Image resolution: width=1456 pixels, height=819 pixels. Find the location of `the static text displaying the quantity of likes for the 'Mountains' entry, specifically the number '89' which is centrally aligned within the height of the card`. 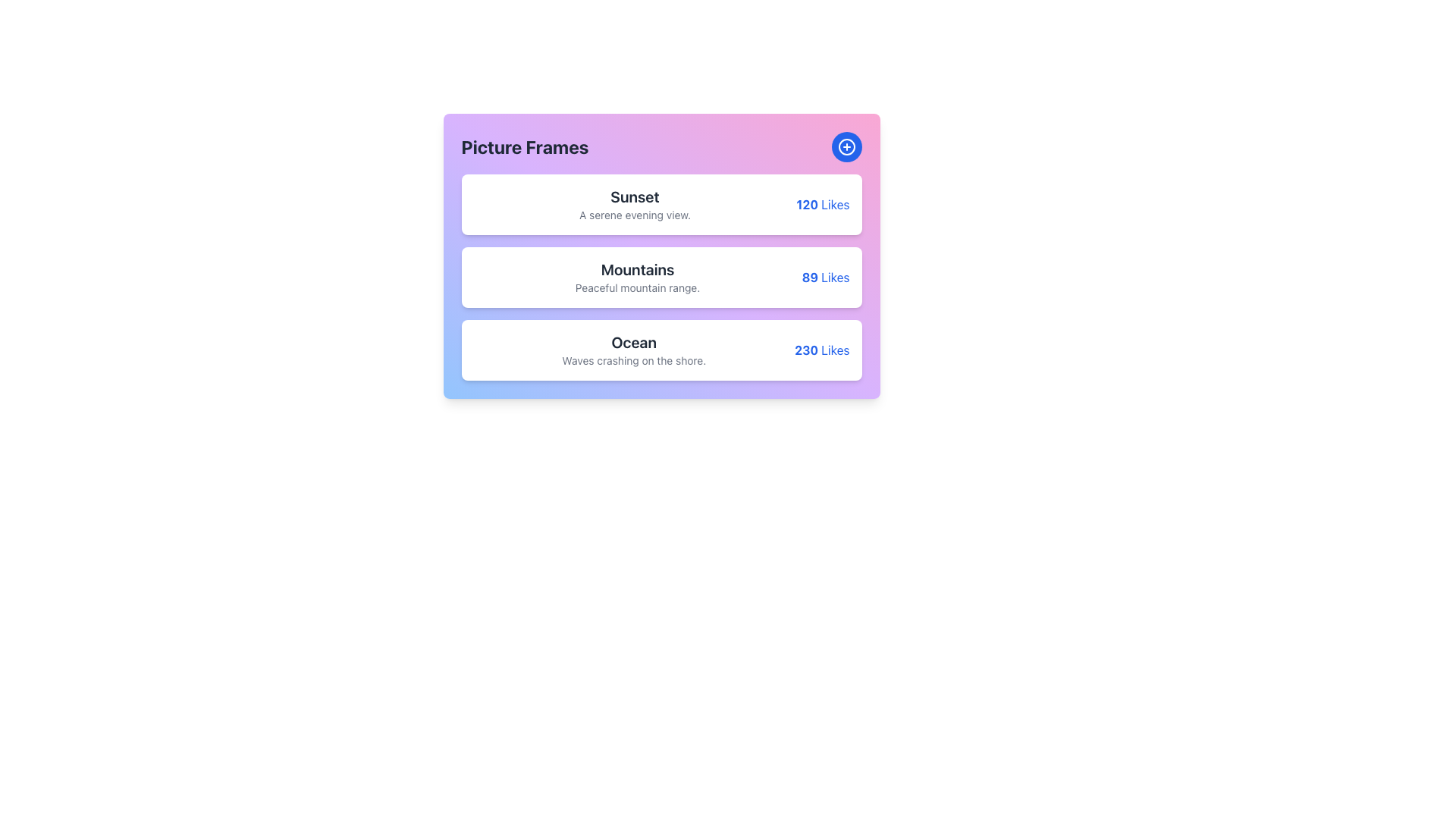

the static text displaying the quantity of likes for the 'Mountains' entry, specifically the number '89' which is centrally aligned within the height of the card is located at coordinates (809, 278).